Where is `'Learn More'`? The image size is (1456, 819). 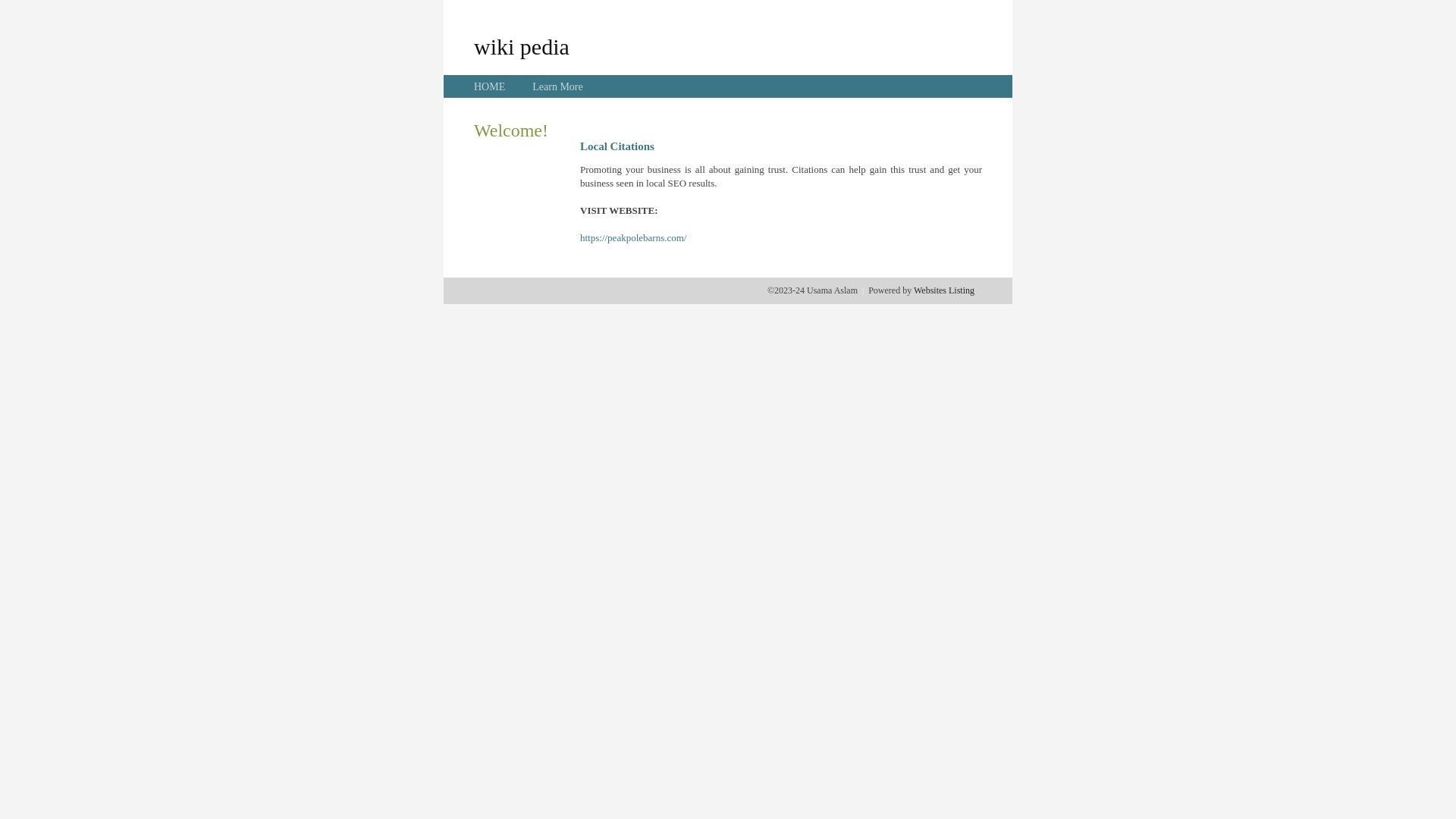
'Learn More' is located at coordinates (556, 86).